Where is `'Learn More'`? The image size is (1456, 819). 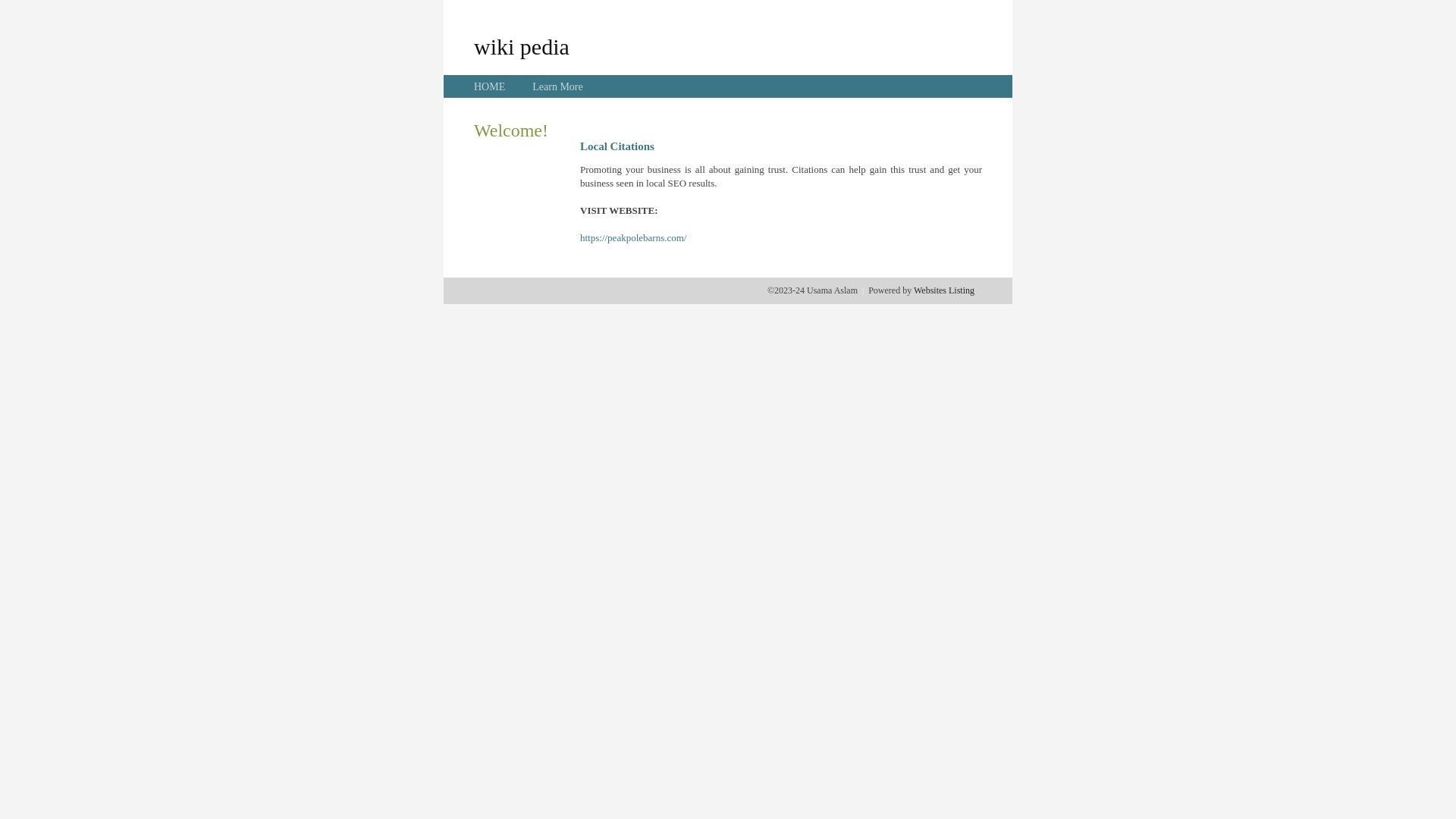
'Learn More' is located at coordinates (556, 86).